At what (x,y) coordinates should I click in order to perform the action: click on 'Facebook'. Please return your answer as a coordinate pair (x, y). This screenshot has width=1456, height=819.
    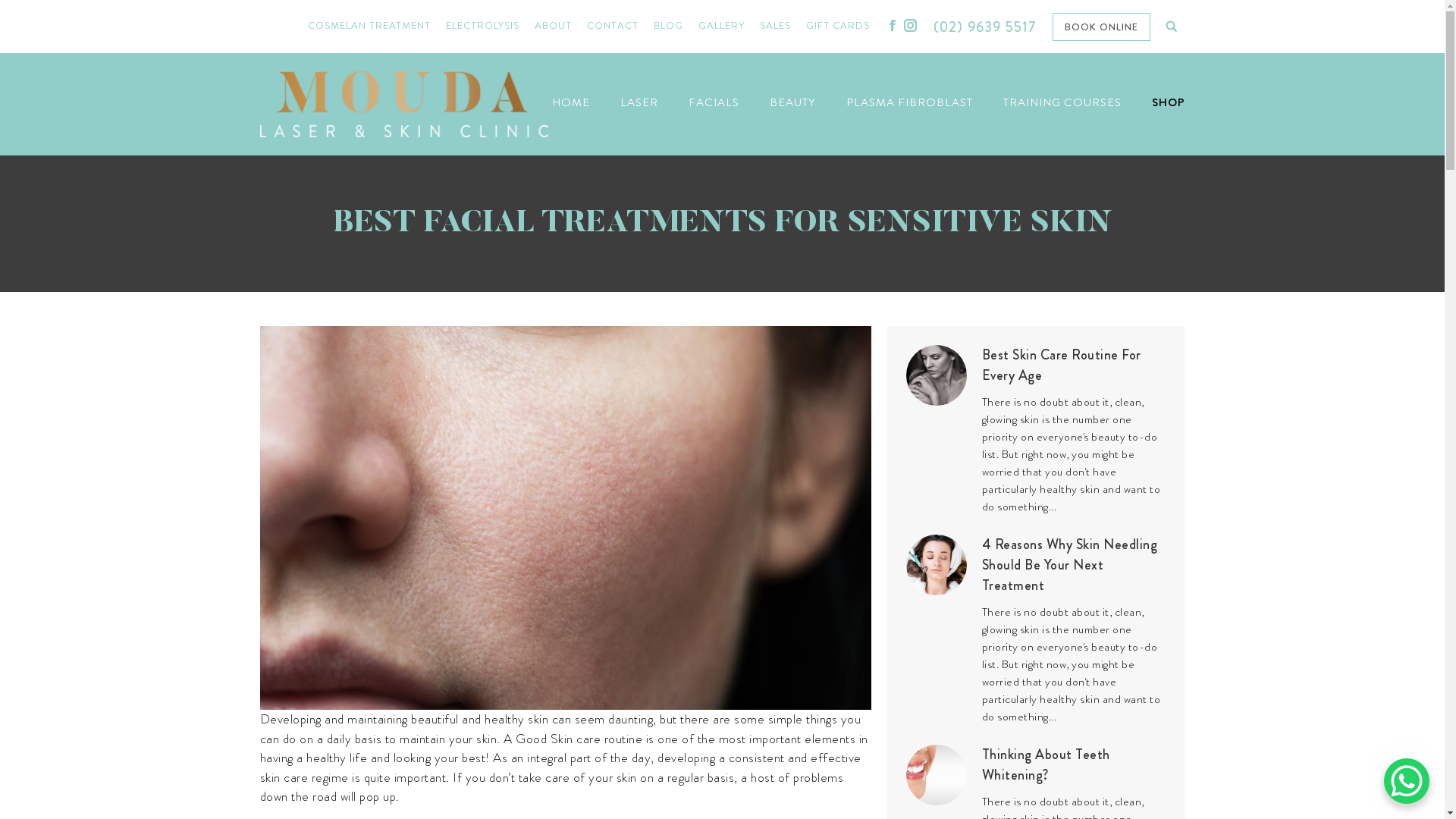
    Looking at the image, I should click on (892, 25).